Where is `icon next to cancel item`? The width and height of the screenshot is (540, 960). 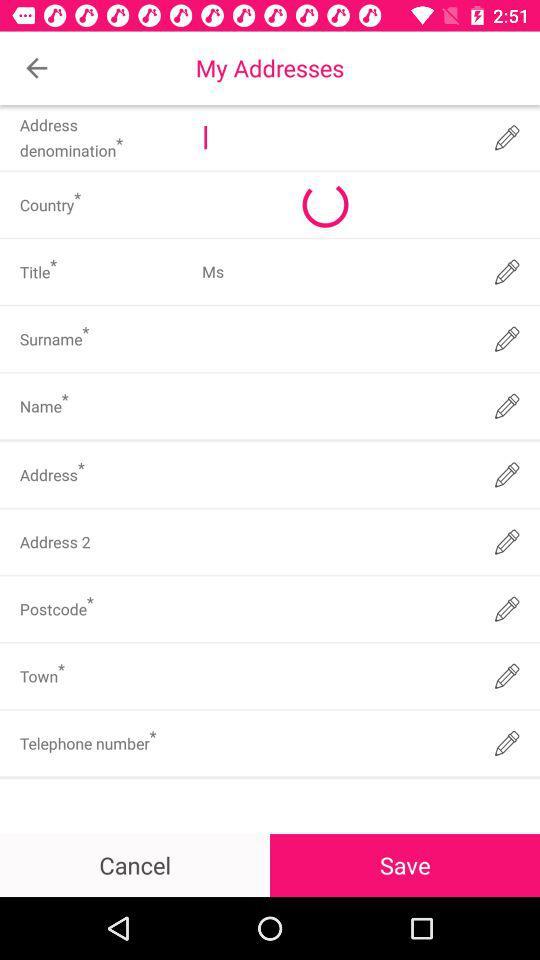
icon next to cancel item is located at coordinates (405, 864).